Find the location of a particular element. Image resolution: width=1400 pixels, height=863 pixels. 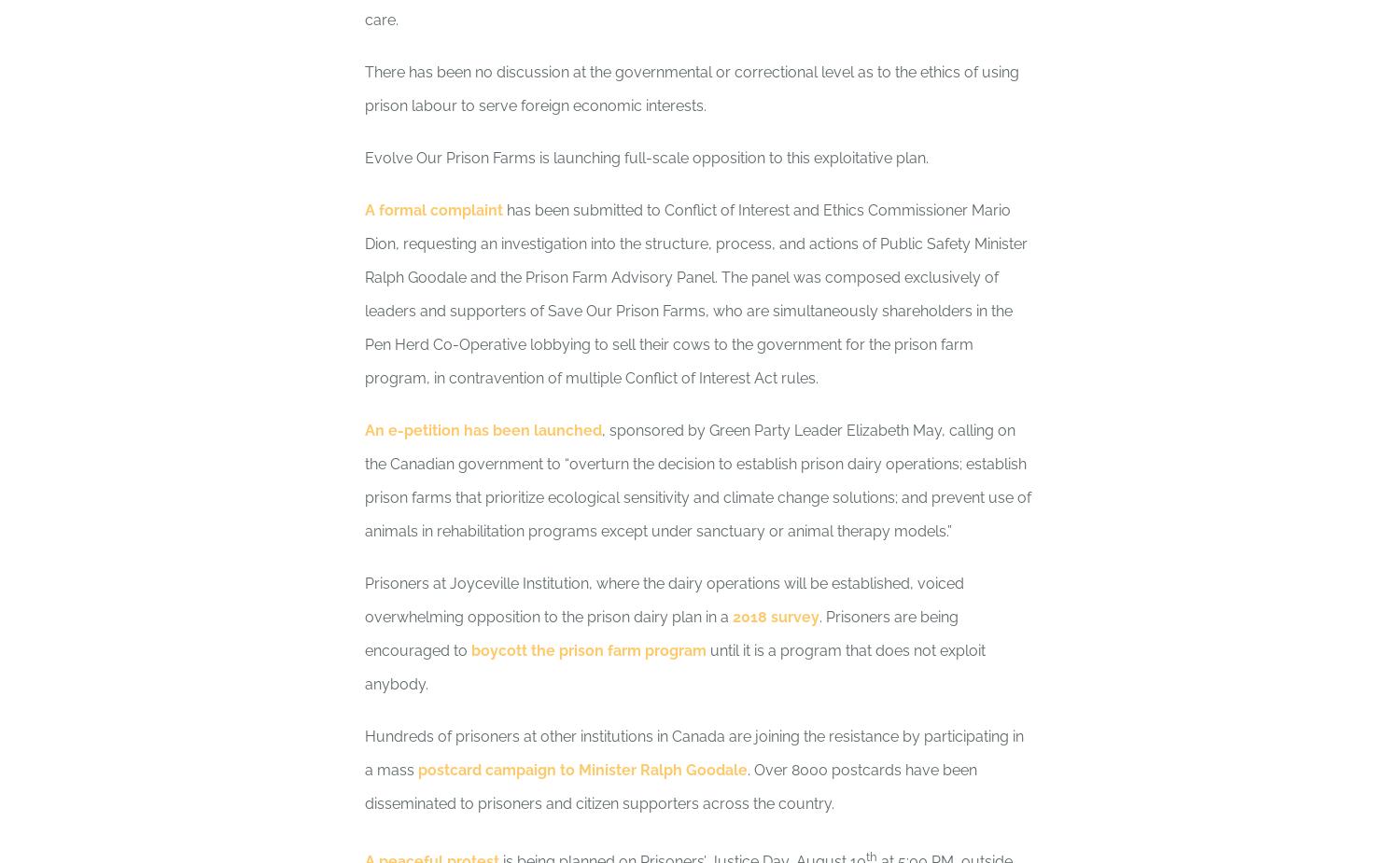

'. Over 8000 postcards have been disseminated to prisoners and citizen supporters across the country.' is located at coordinates (669, 786).